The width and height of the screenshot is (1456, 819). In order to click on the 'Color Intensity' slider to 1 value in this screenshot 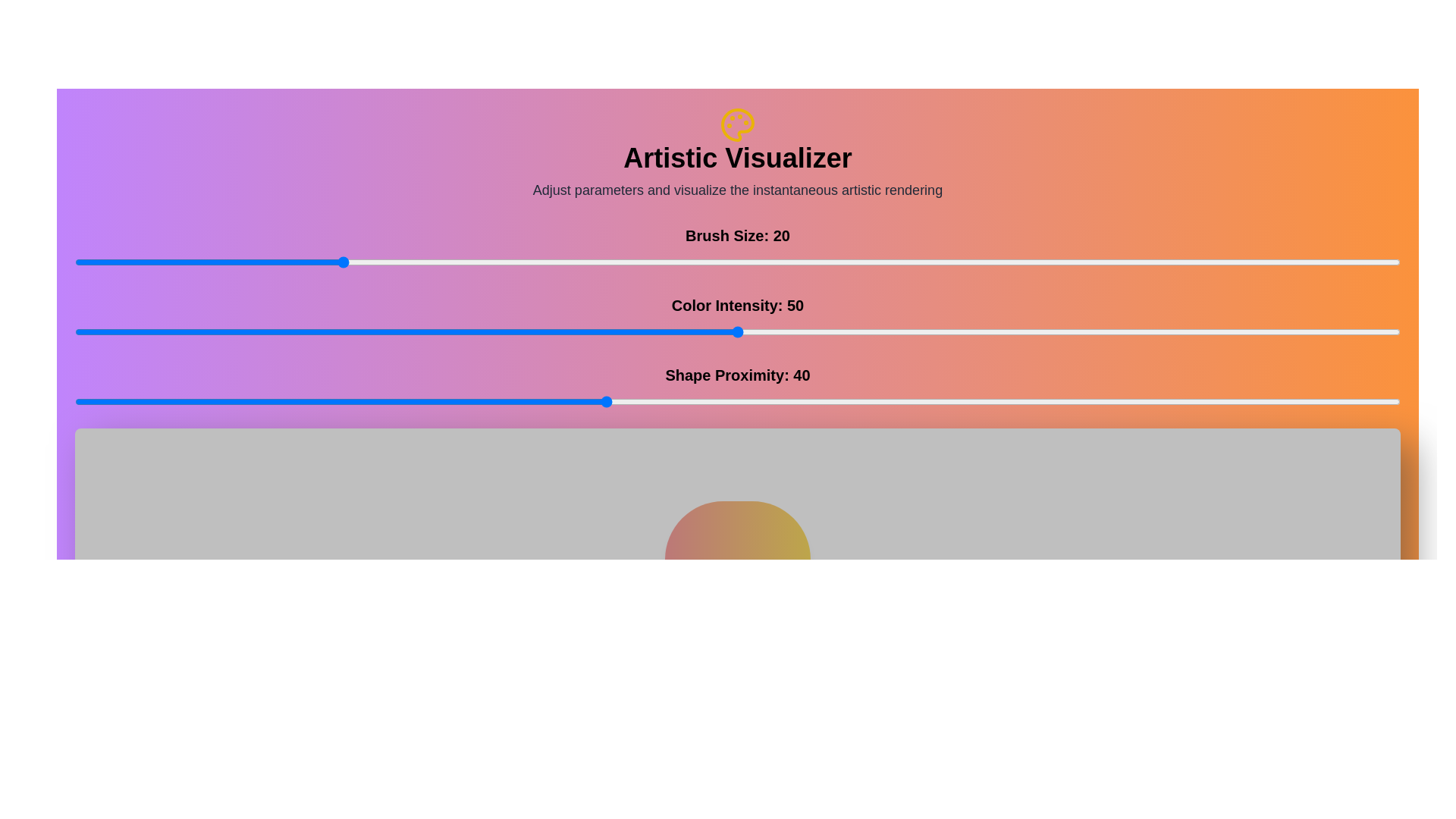, I will do `click(87, 331)`.